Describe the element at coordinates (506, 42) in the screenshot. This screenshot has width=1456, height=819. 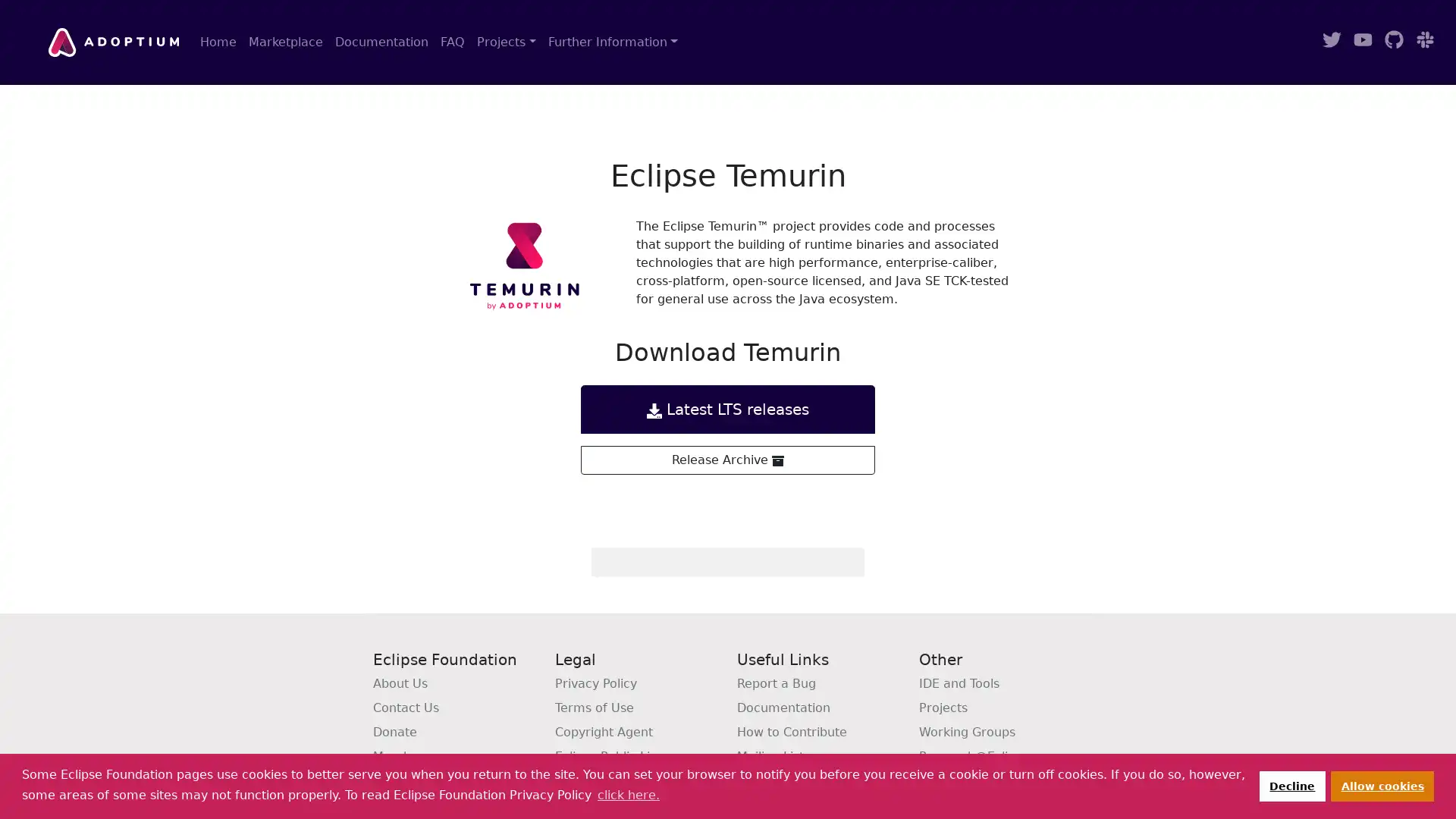
I see `Projects` at that location.